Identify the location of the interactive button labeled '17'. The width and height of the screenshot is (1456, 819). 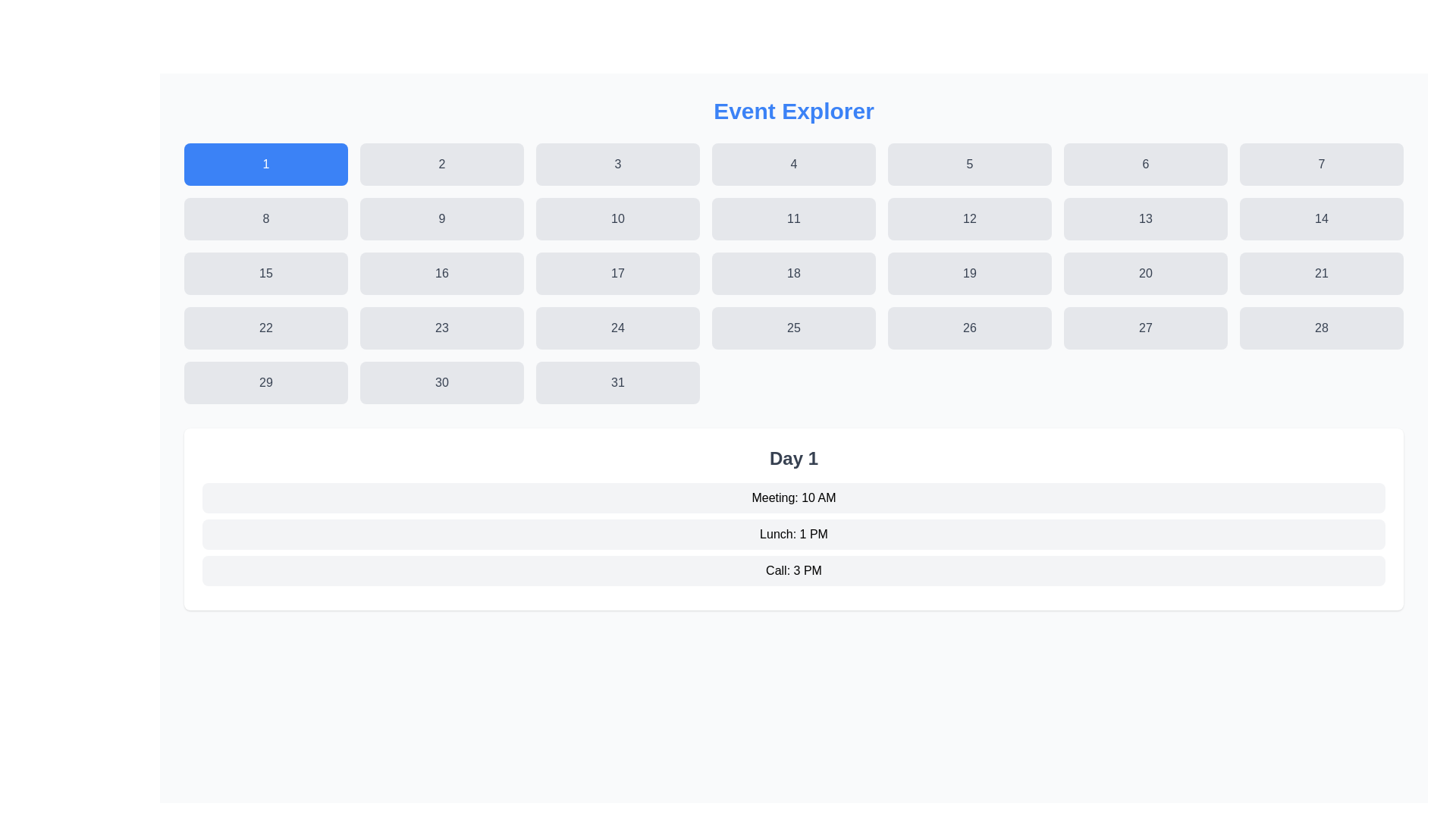
(618, 274).